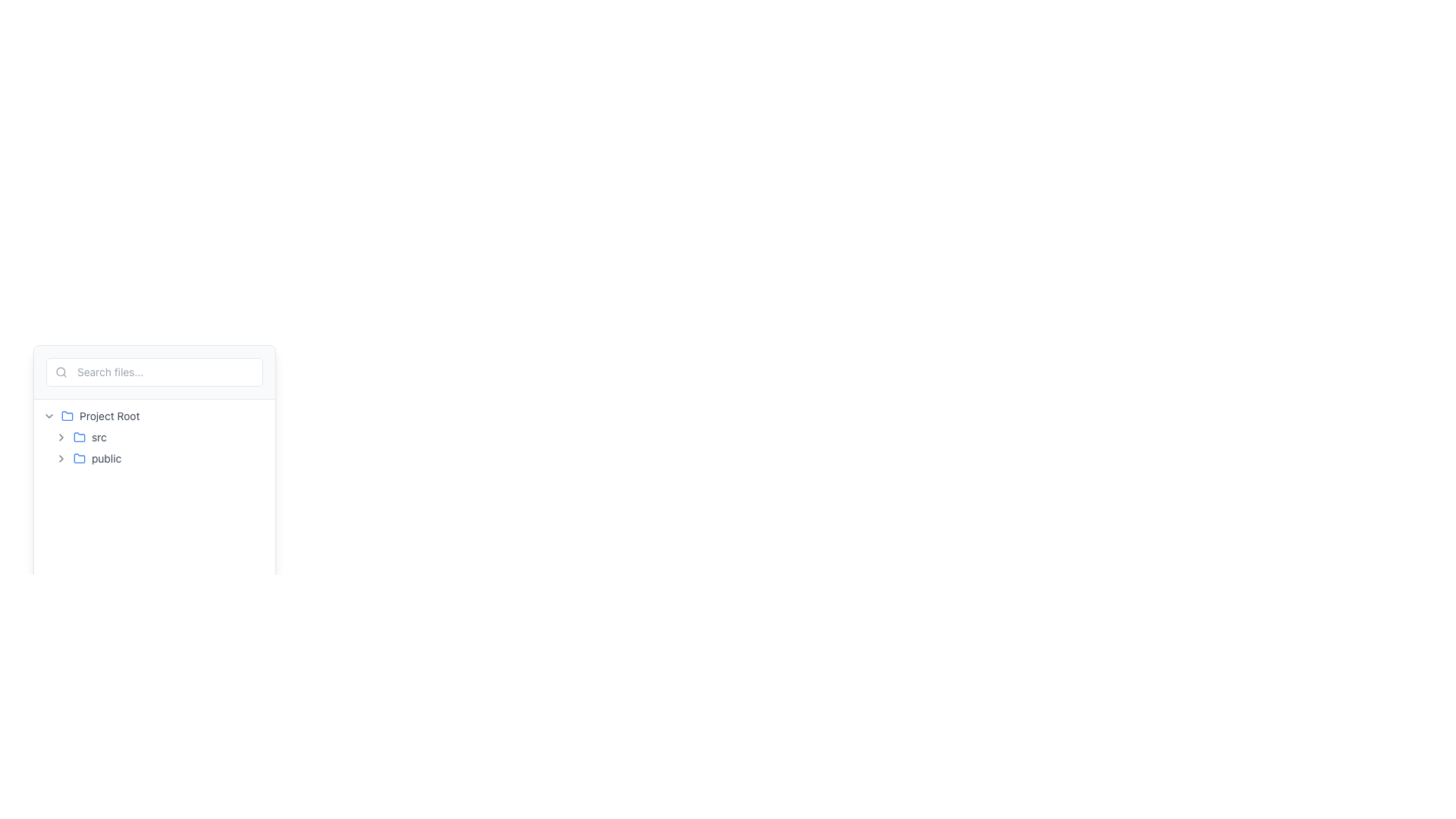  I want to click on the Chevron-right icon located to the left of the text 'public', so click(61, 458).